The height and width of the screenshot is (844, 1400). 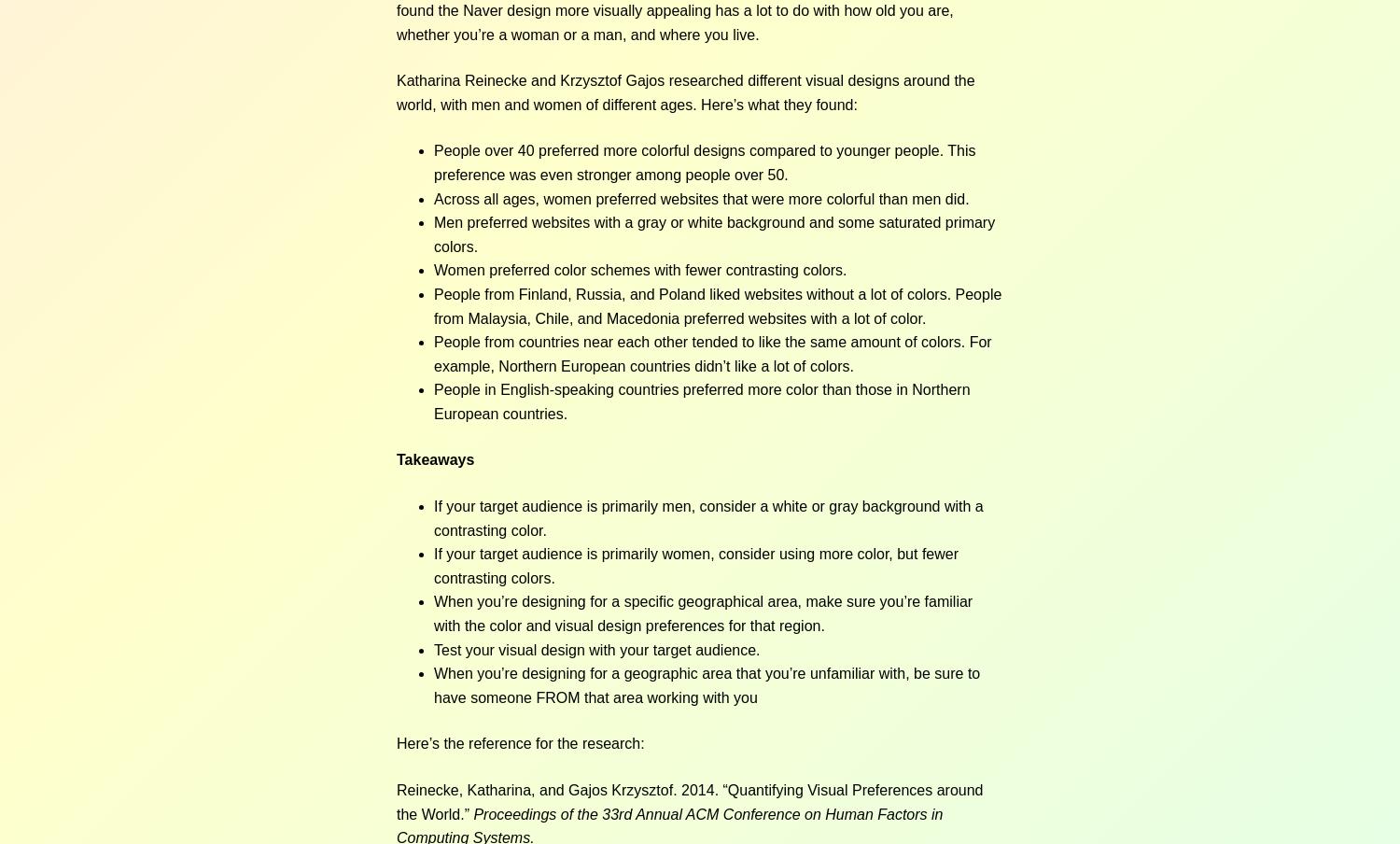 What do you see at coordinates (596, 648) in the screenshot?
I see `'Test your visual design with your target audience.'` at bounding box center [596, 648].